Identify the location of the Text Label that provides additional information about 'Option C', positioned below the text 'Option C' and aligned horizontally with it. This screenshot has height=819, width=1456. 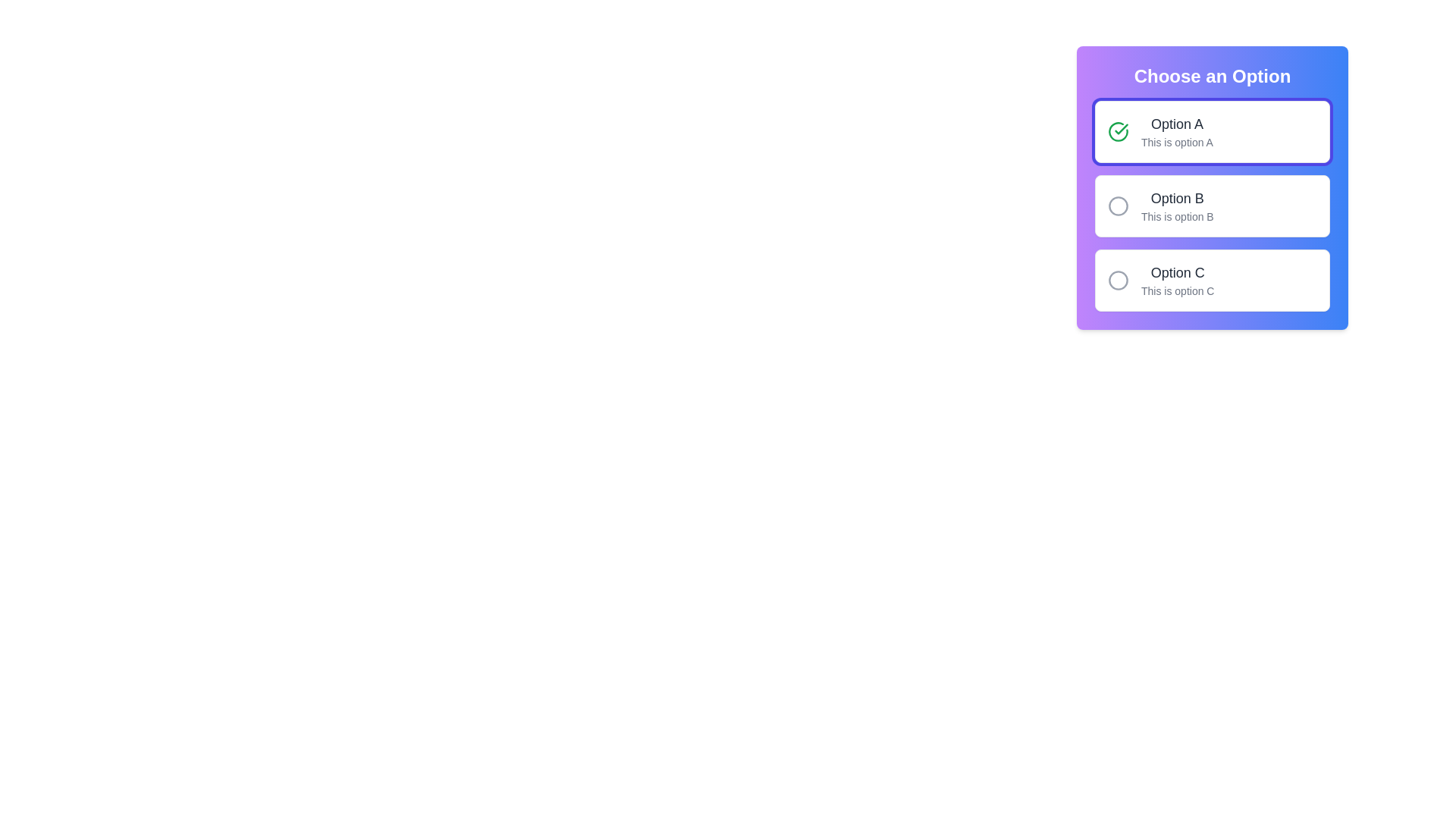
(1177, 291).